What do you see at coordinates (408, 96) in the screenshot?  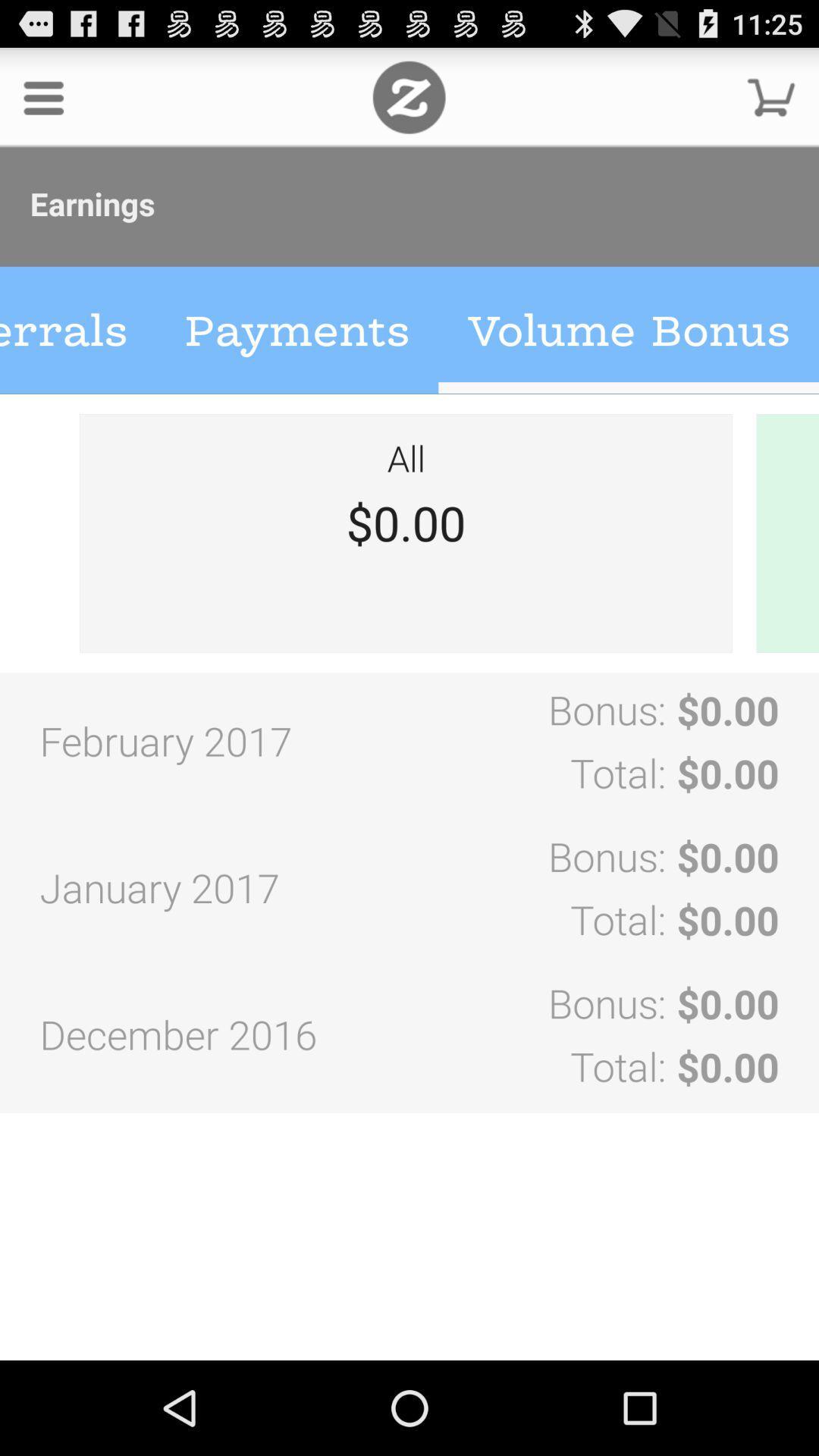 I see `zazzle home page` at bounding box center [408, 96].